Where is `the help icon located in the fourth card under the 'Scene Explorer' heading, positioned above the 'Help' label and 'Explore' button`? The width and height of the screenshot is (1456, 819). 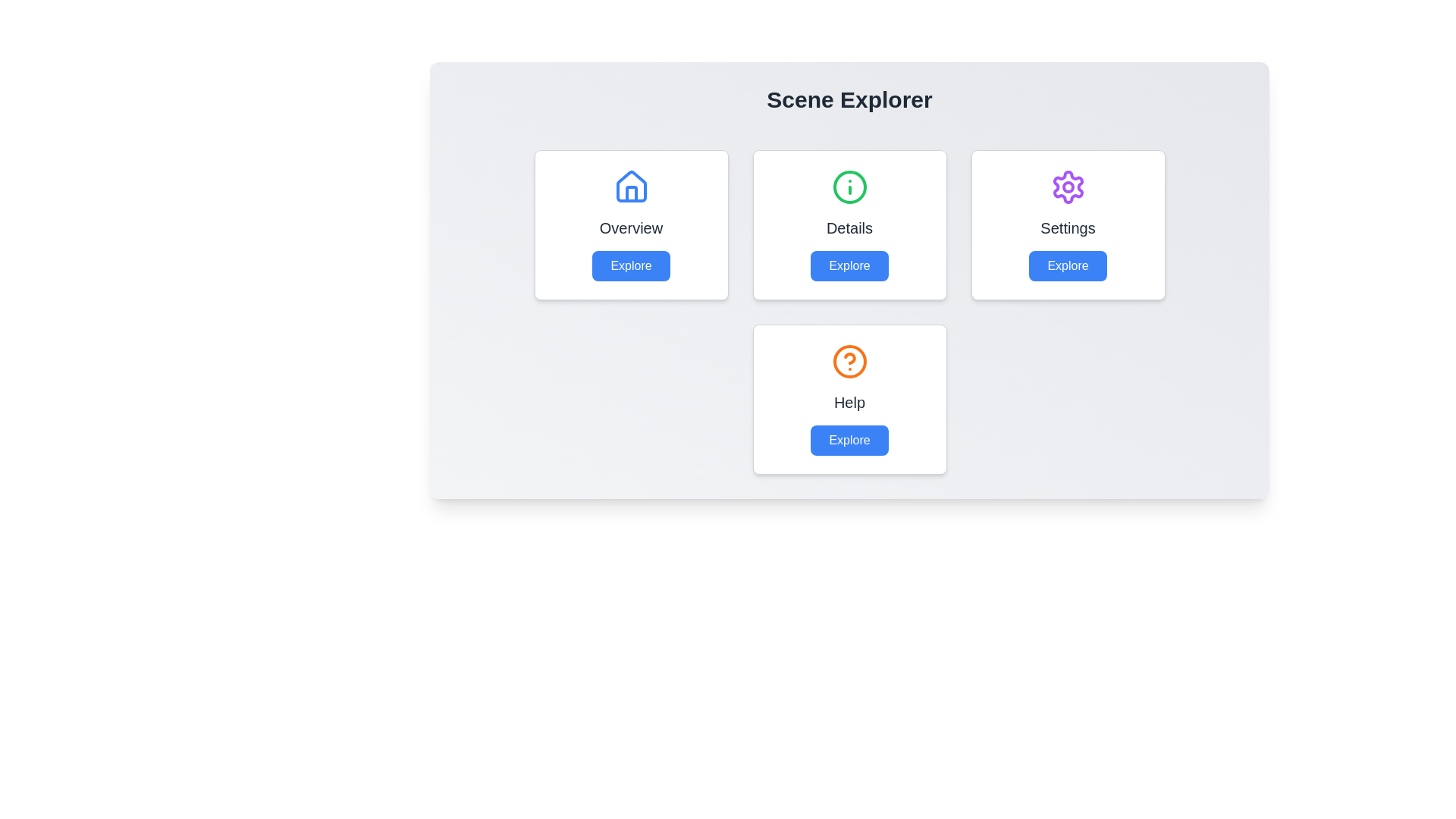 the help icon located in the fourth card under the 'Scene Explorer' heading, positioned above the 'Help' label and 'Explore' button is located at coordinates (849, 362).